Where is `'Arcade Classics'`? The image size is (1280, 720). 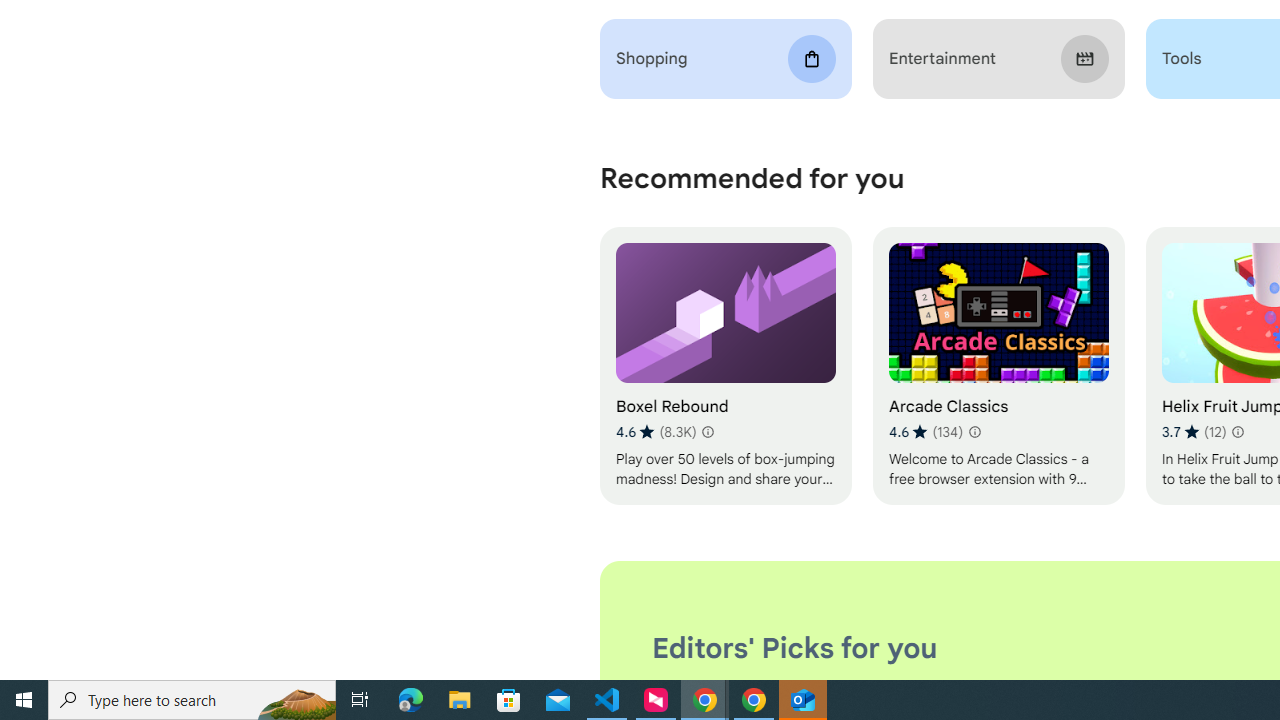 'Arcade Classics' is located at coordinates (998, 366).